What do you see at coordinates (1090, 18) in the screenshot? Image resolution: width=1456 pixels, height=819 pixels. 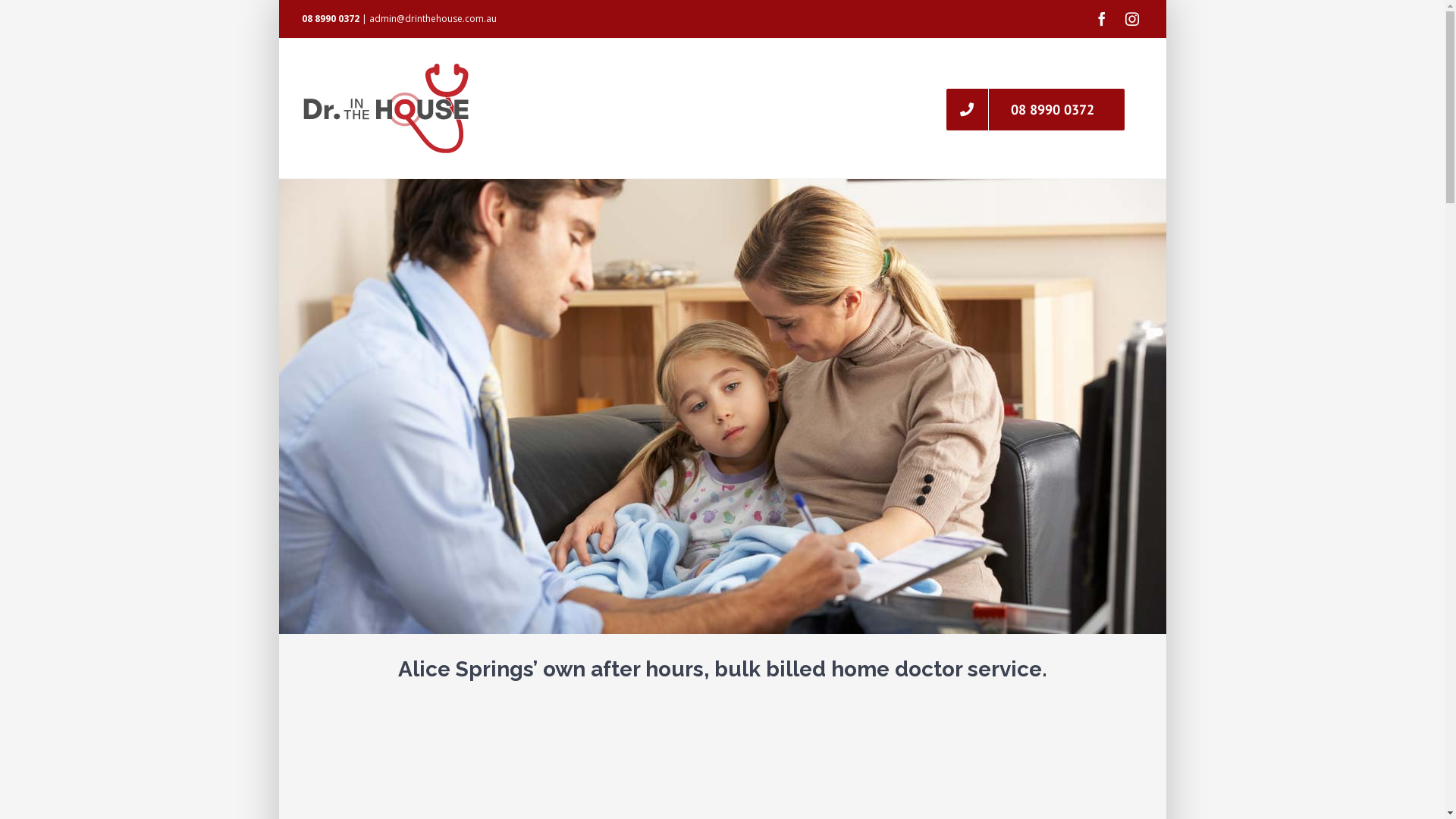 I see `'Facebook'` at bounding box center [1090, 18].